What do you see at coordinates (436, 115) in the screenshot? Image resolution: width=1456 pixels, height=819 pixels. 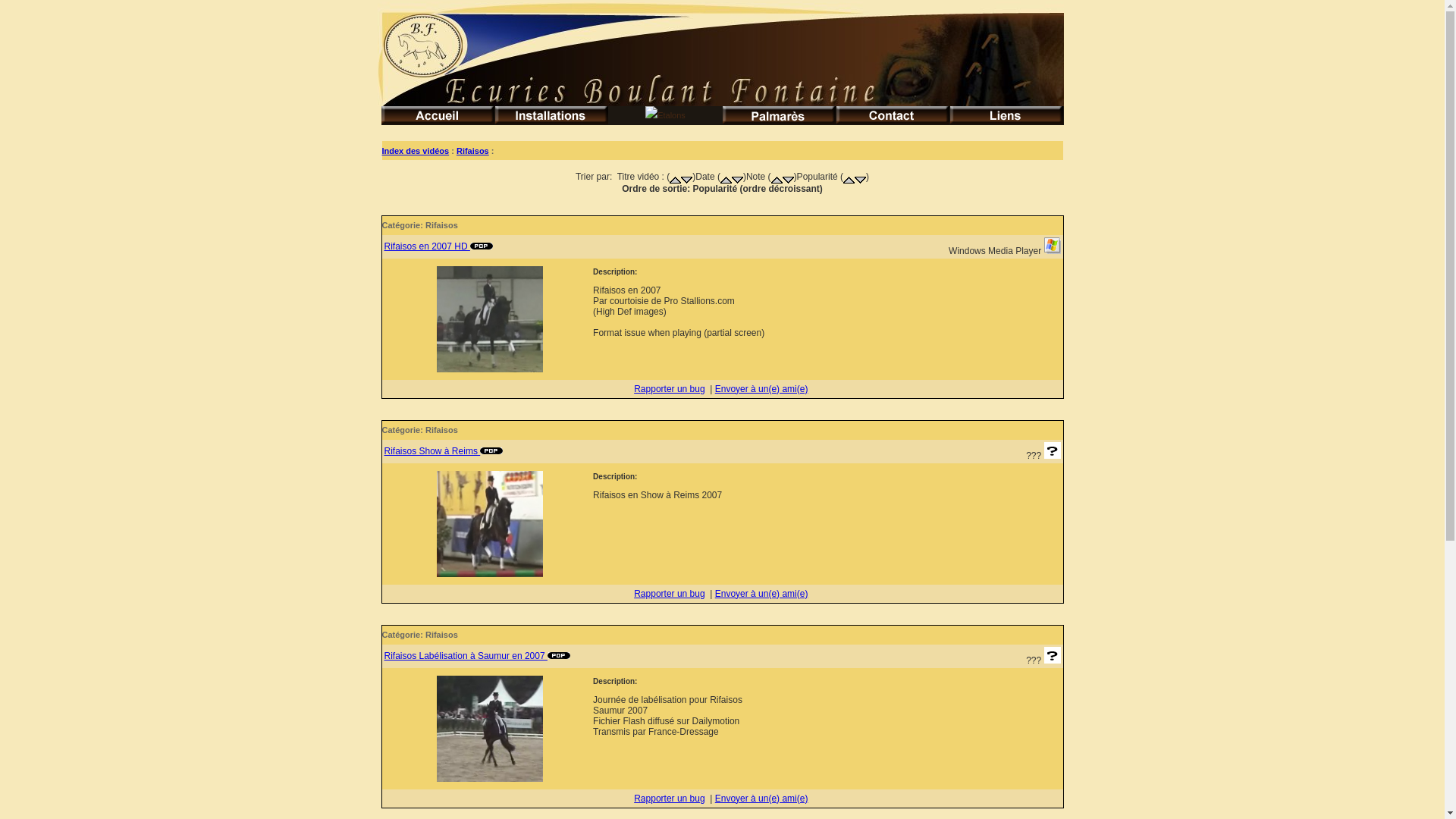 I see `'Accueil'` at bounding box center [436, 115].